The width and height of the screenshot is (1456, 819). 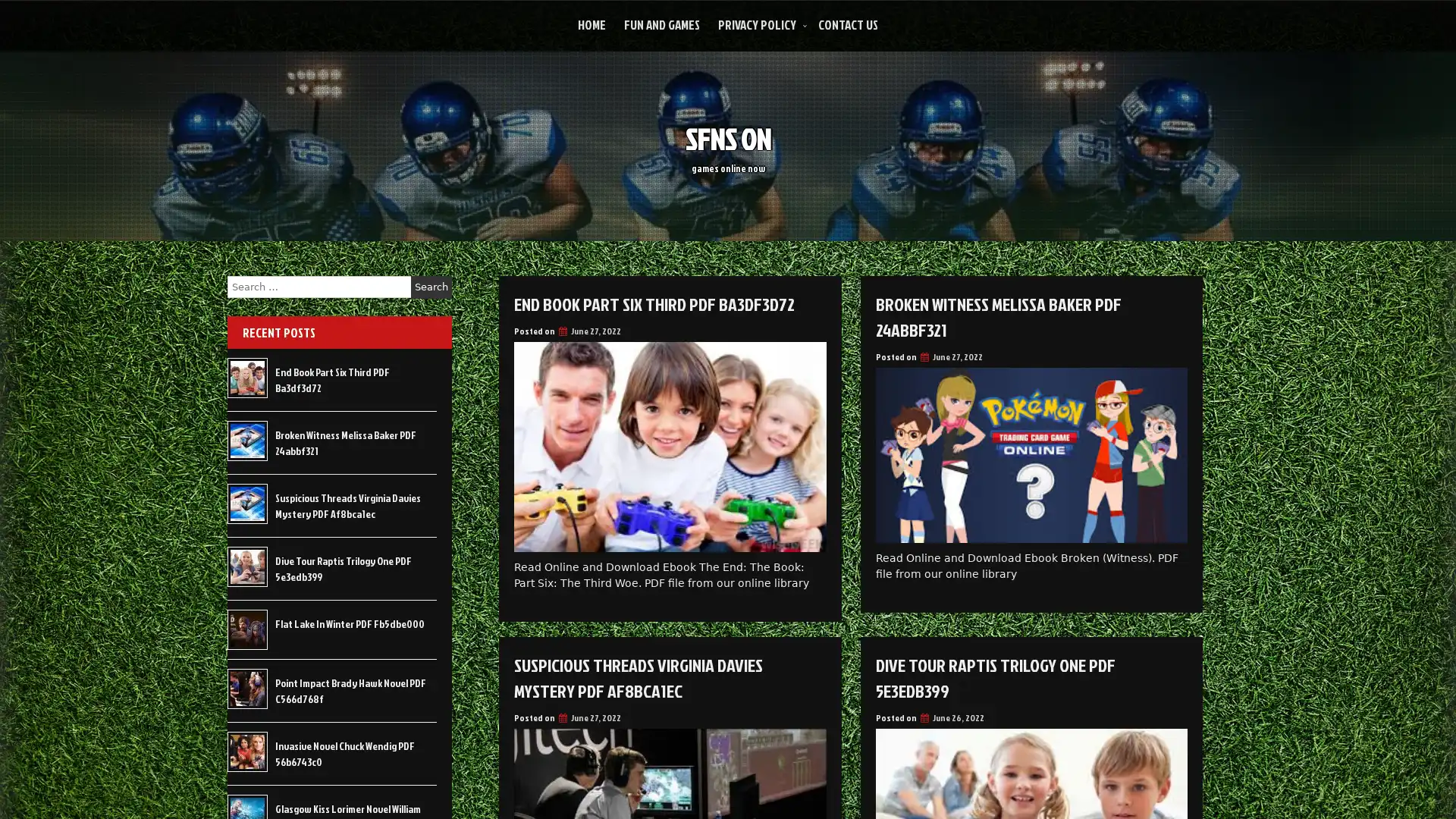 What do you see at coordinates (431, 287) in the screenshot?
I see `Search` at bounding box center [431, 287].